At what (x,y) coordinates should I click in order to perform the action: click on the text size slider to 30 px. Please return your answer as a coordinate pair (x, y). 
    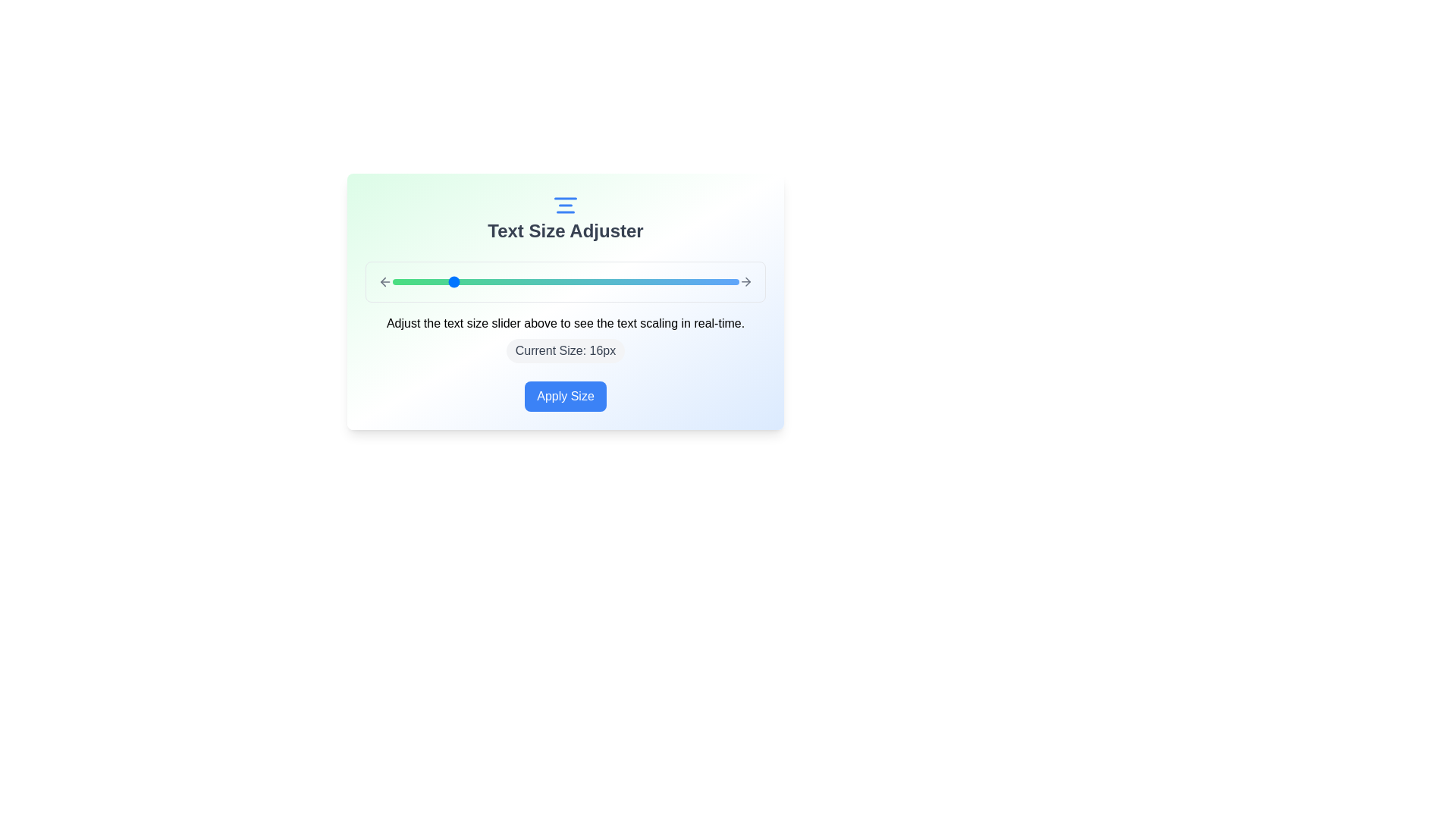
    Looking at the image, I should click on (652, 281).